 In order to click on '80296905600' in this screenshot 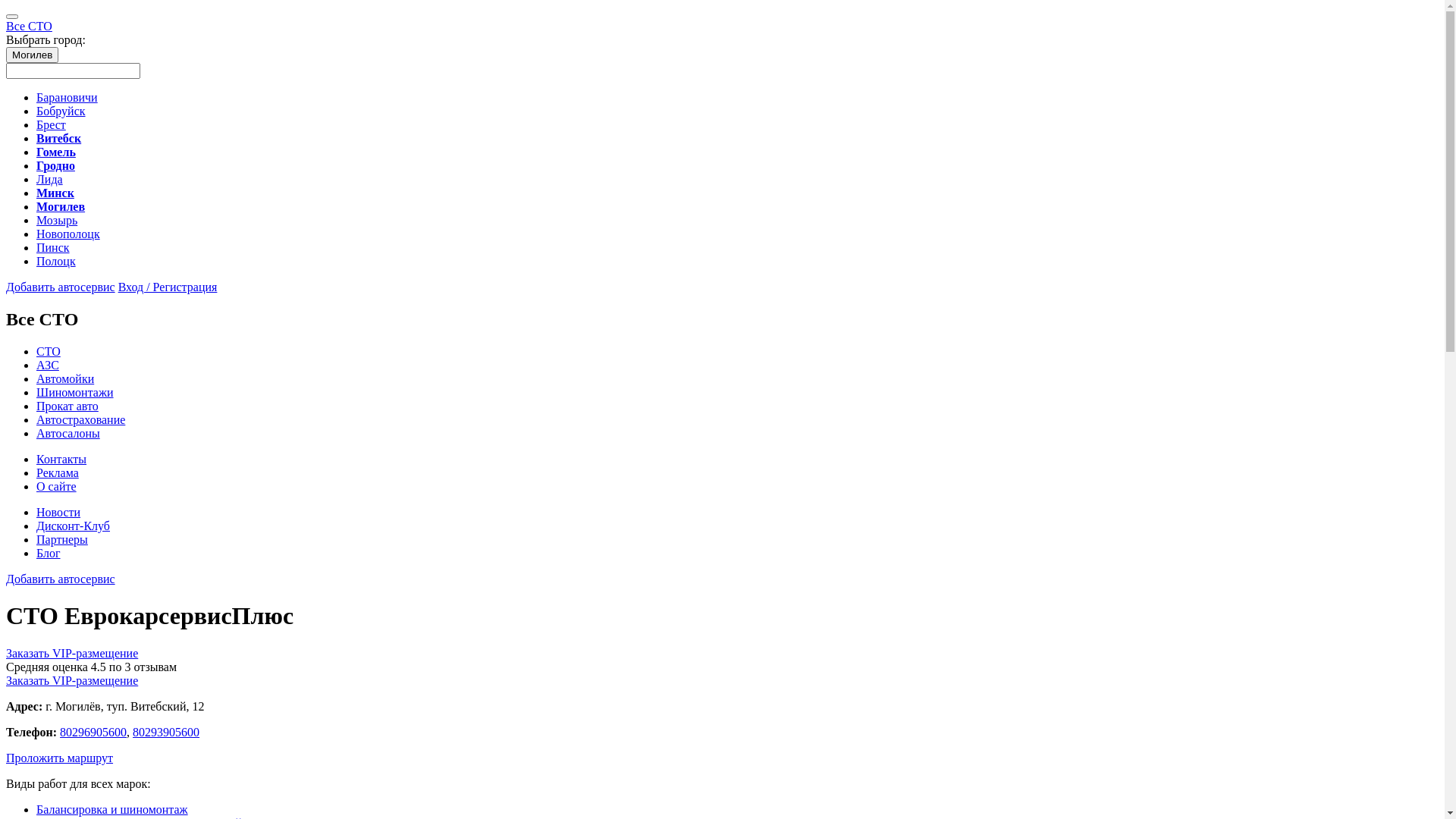, I will do `click(93, 731)`.